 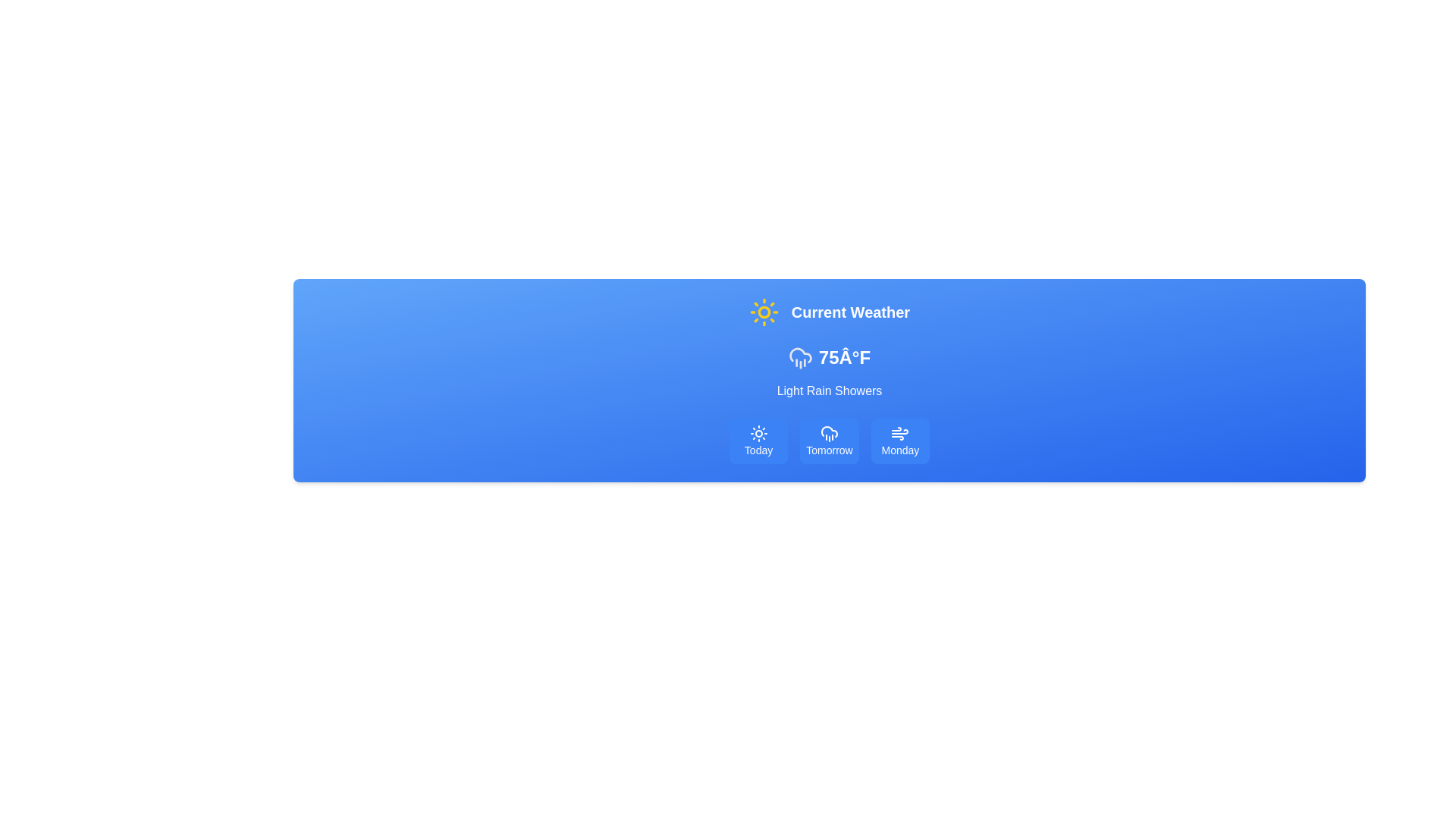 What do you see at coordinates (829, 312) in the screenshot?
I see `the 'Current Weather' text element with a yellow sun icon located at the top central part of a blue gradient card` at bounding box center [829, 312].